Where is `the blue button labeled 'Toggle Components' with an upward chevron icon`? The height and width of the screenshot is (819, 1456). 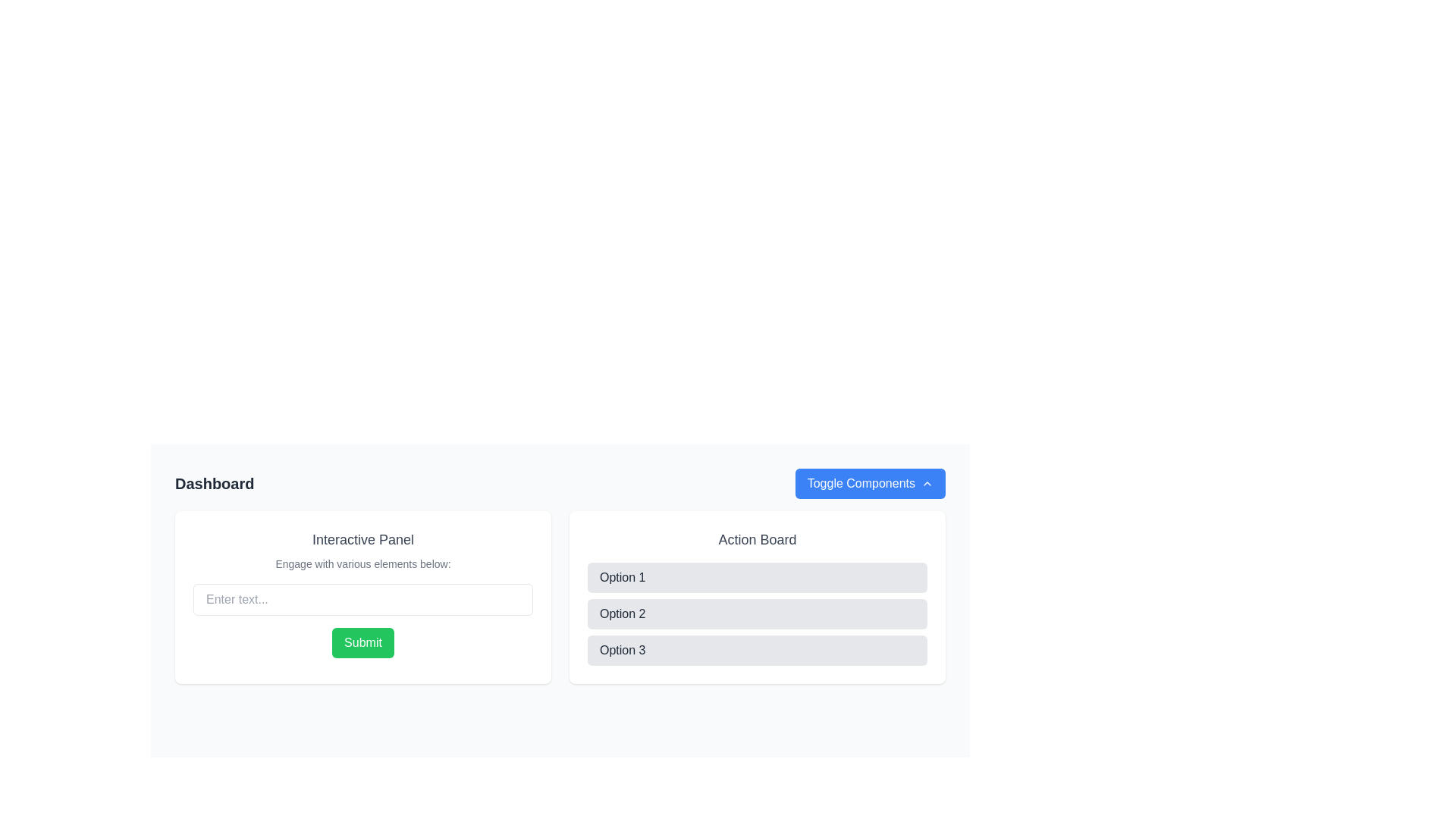 the blue button labeled 'Toggle Components' with an upward chevron icon is located at coordinates (870, 483).